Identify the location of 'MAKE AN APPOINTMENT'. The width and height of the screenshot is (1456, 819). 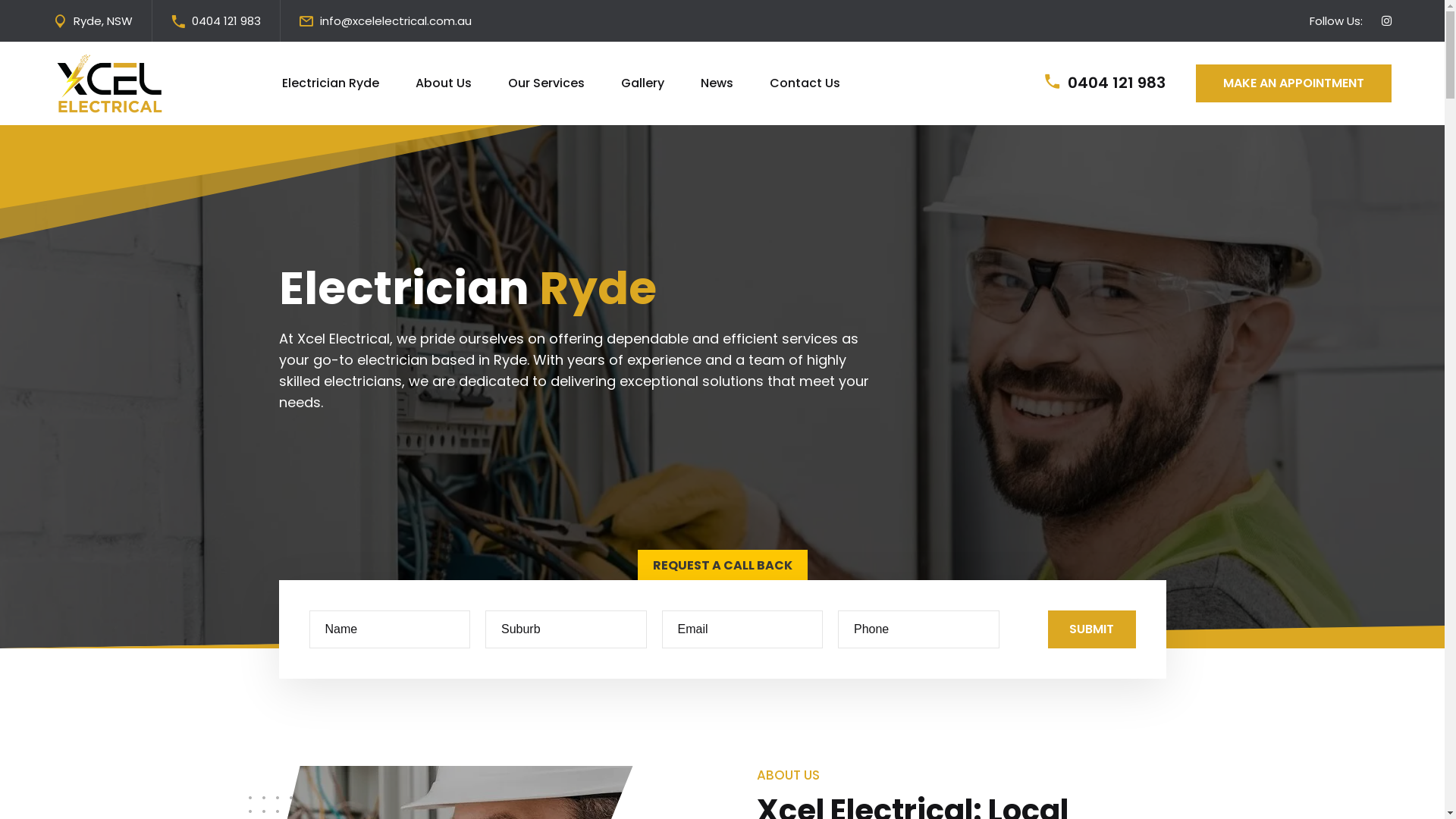
(1195, 83).